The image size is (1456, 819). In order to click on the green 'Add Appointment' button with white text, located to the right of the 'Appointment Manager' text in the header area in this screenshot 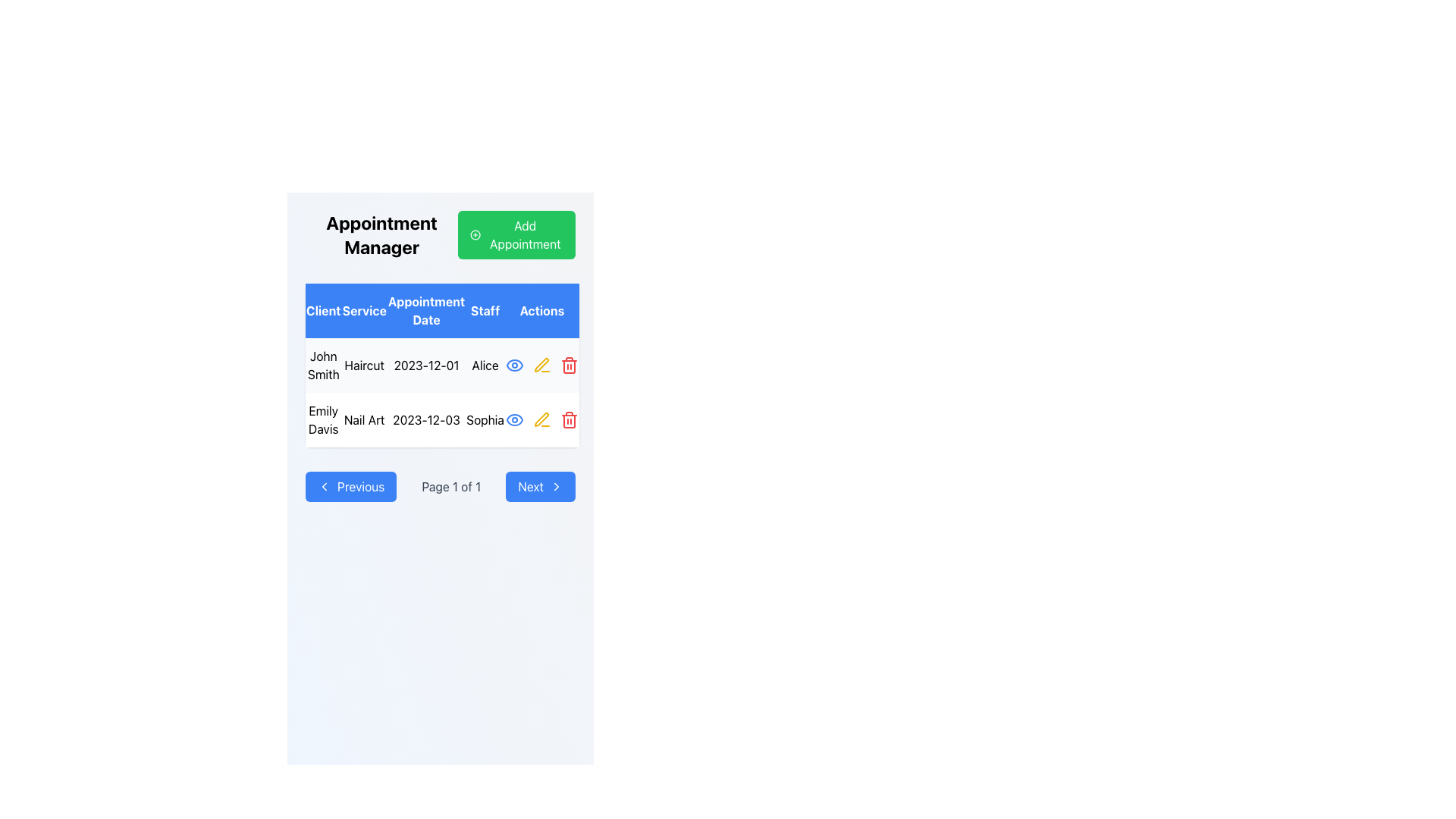, I will do `click(516, 234)`.